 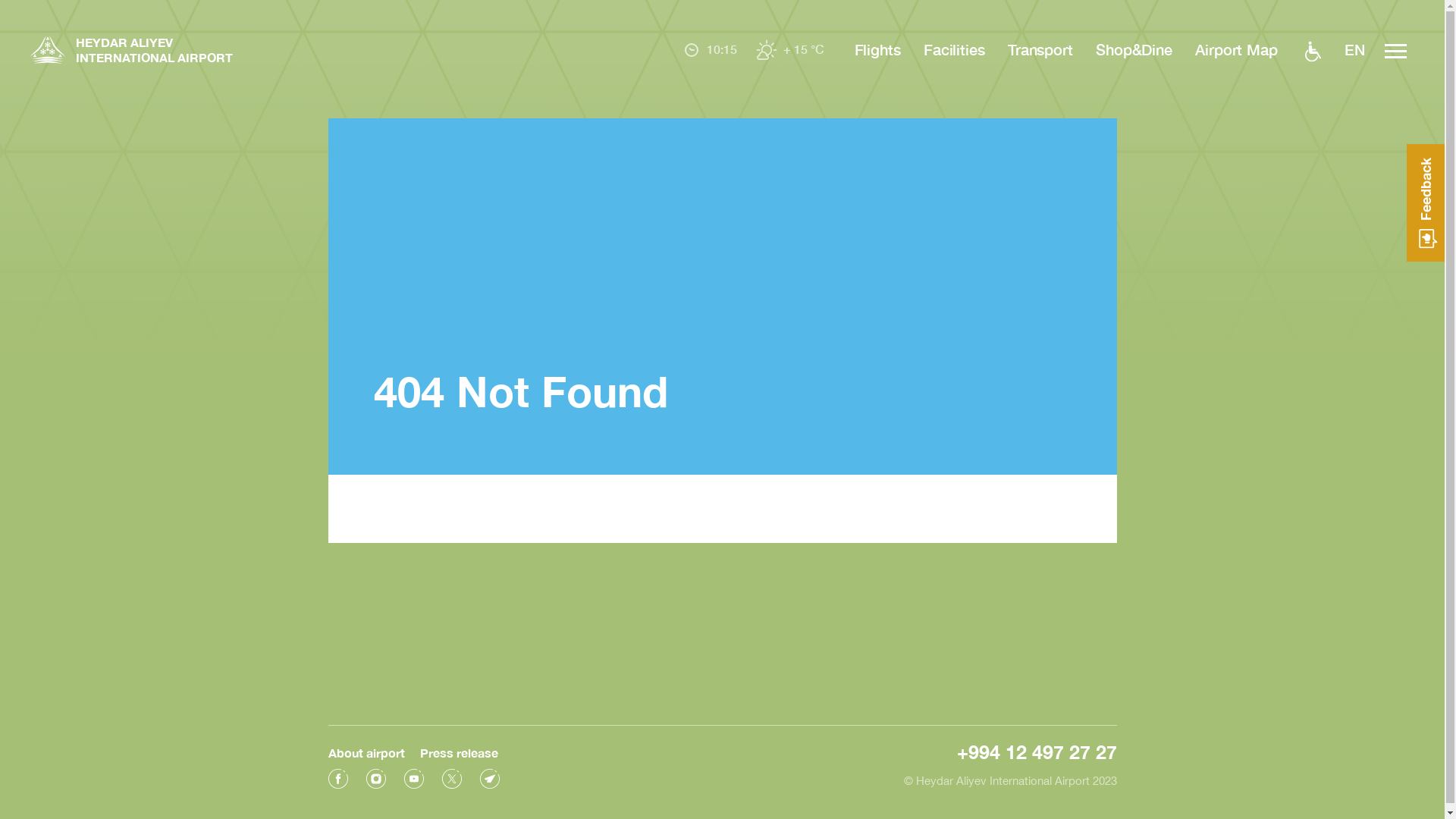 What do you see at coordinates (1425, 202) in the screenshot?
I see `'Feedback'` at bounding box center [1425, 202].